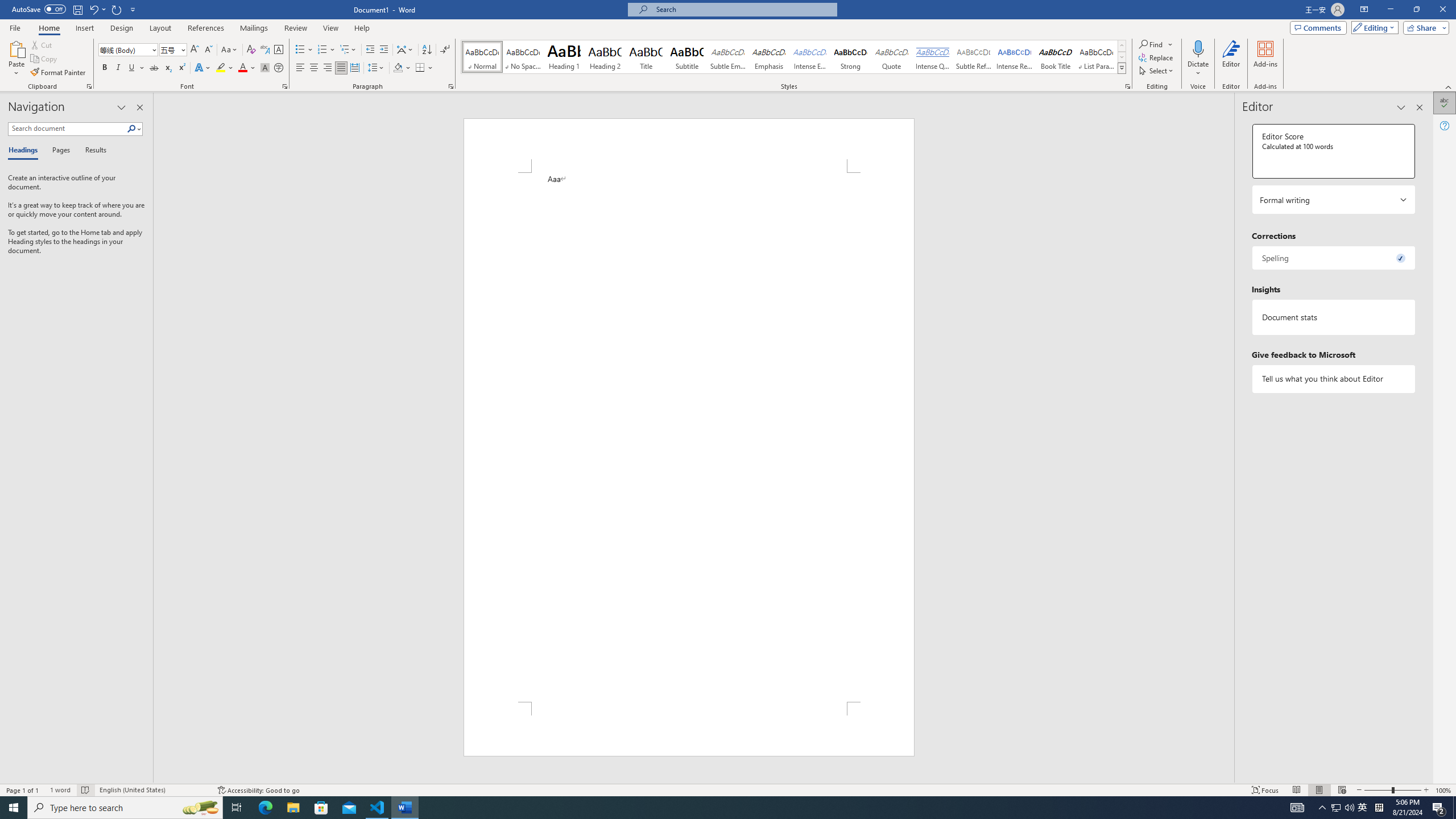 The height and width of the screenshot is (819, 1456). I want to click on 'Decrease Indent', so click(370, 49).